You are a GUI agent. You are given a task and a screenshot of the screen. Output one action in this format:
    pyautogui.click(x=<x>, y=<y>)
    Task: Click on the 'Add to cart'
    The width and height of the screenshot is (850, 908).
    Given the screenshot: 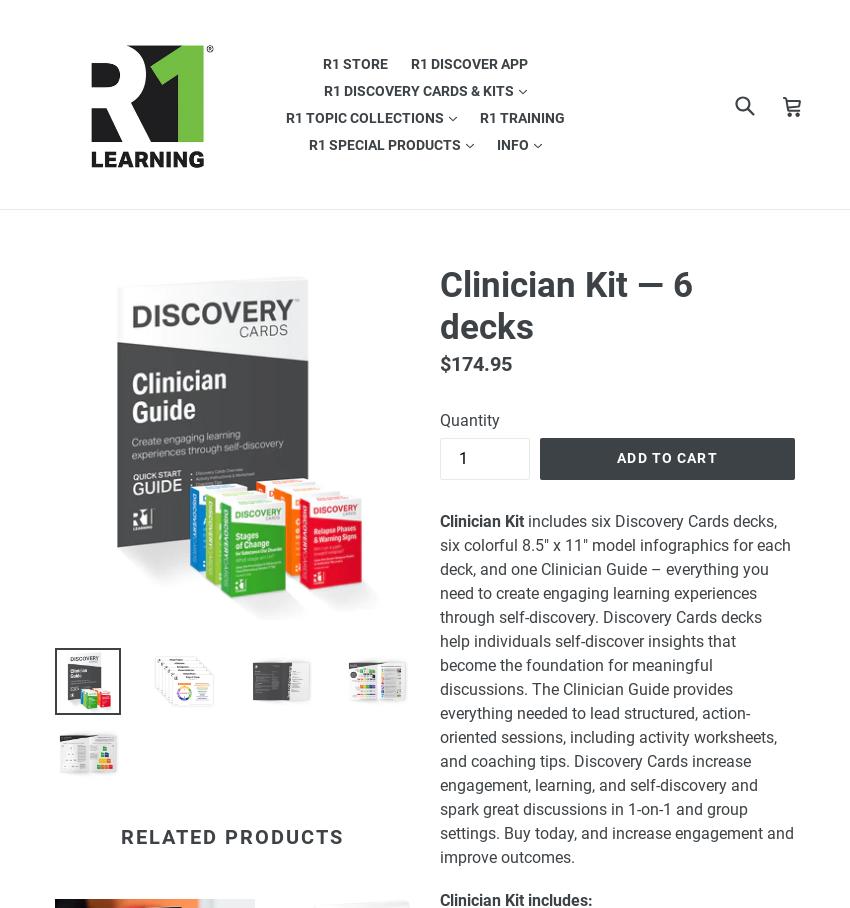 What is the action you would take?
    pyautogui.click(x=666, y=455)
    